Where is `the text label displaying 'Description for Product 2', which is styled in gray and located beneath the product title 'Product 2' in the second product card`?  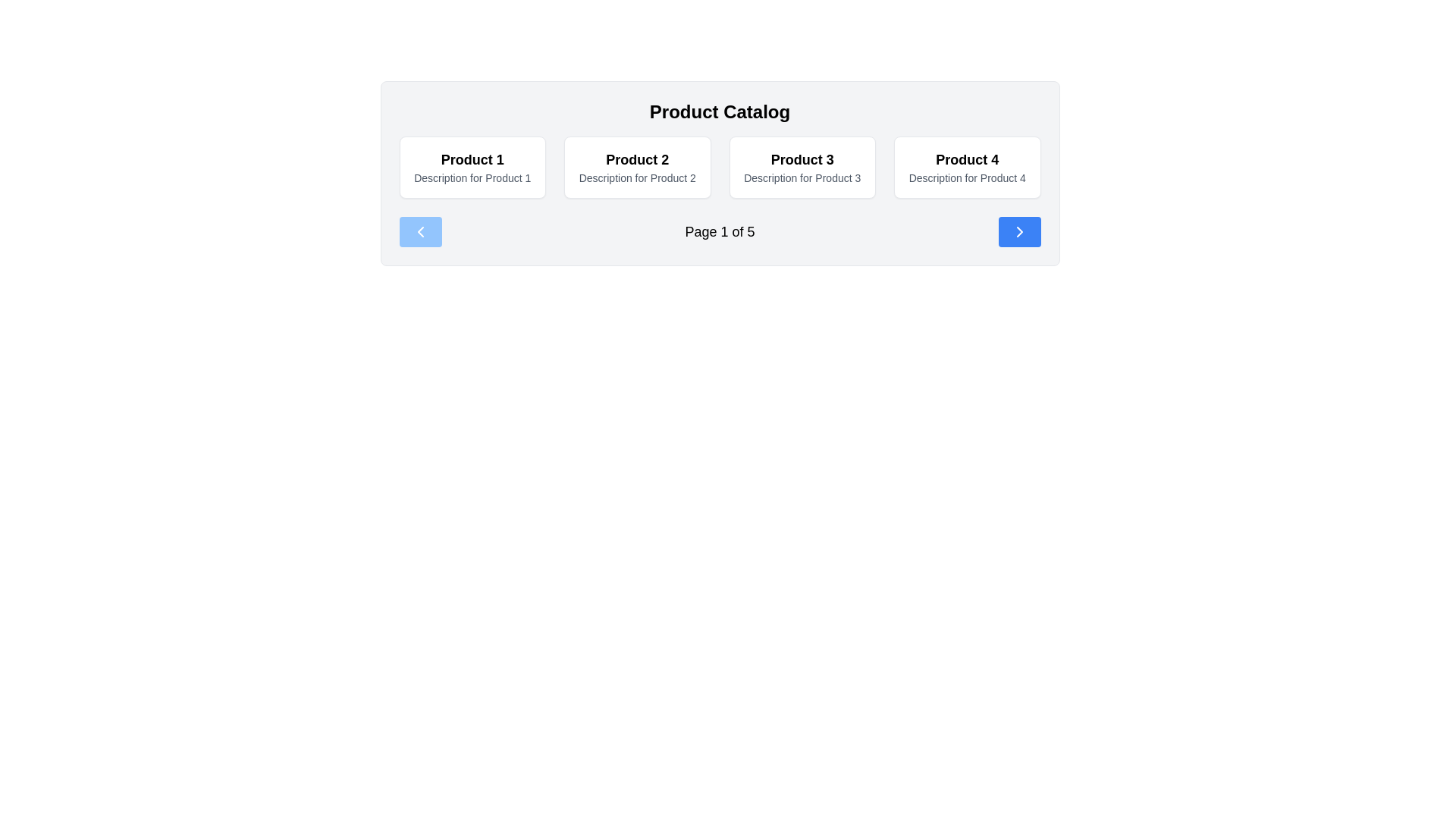
the text label displaying 'Description for Product 2', which is styled in gray and located beneath the product title 'Product 2' in the second product card is located at coordinates (637, 177).